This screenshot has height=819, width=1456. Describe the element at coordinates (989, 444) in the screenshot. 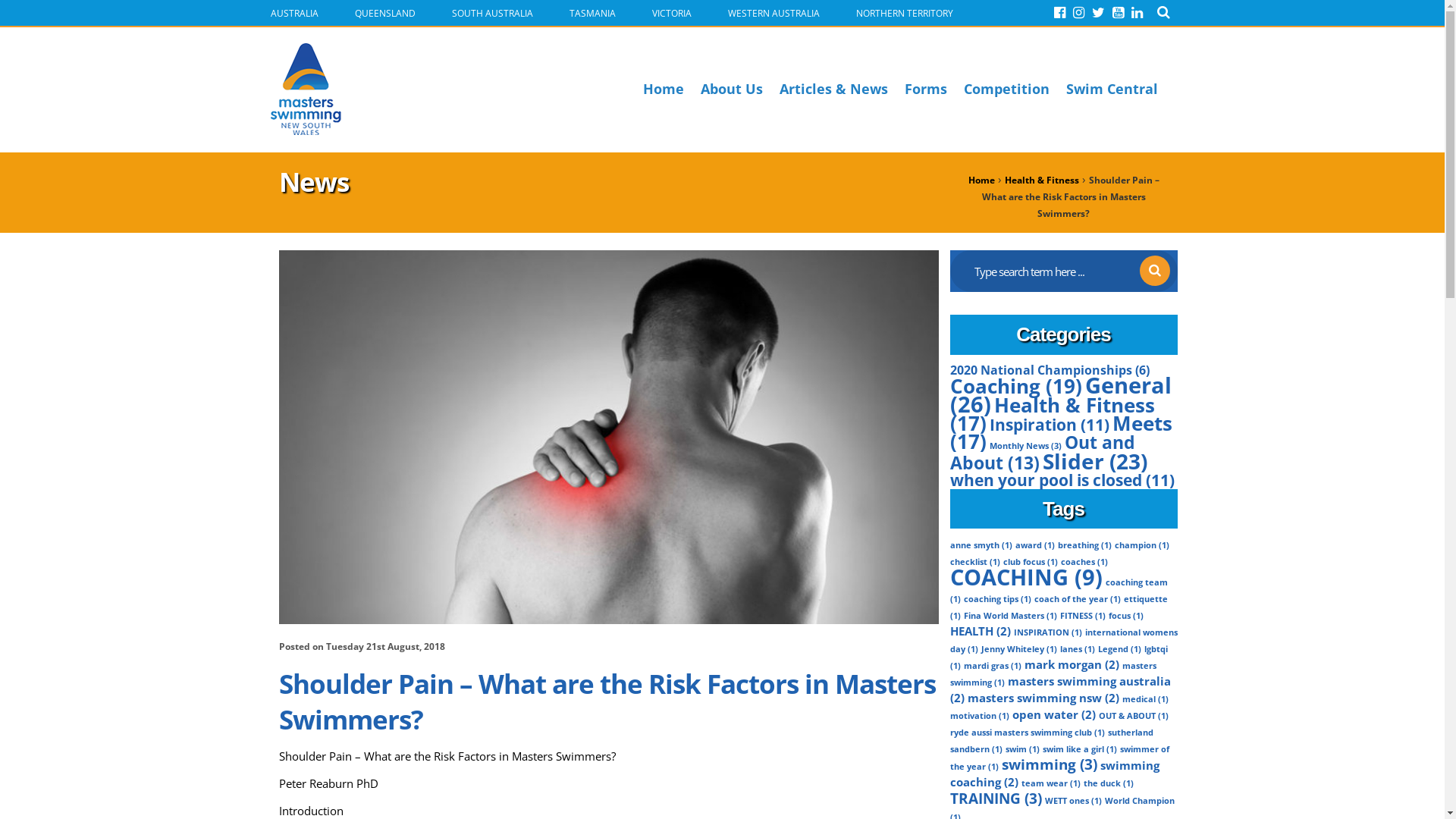

I see `'Monthly News (3)'` at that location.